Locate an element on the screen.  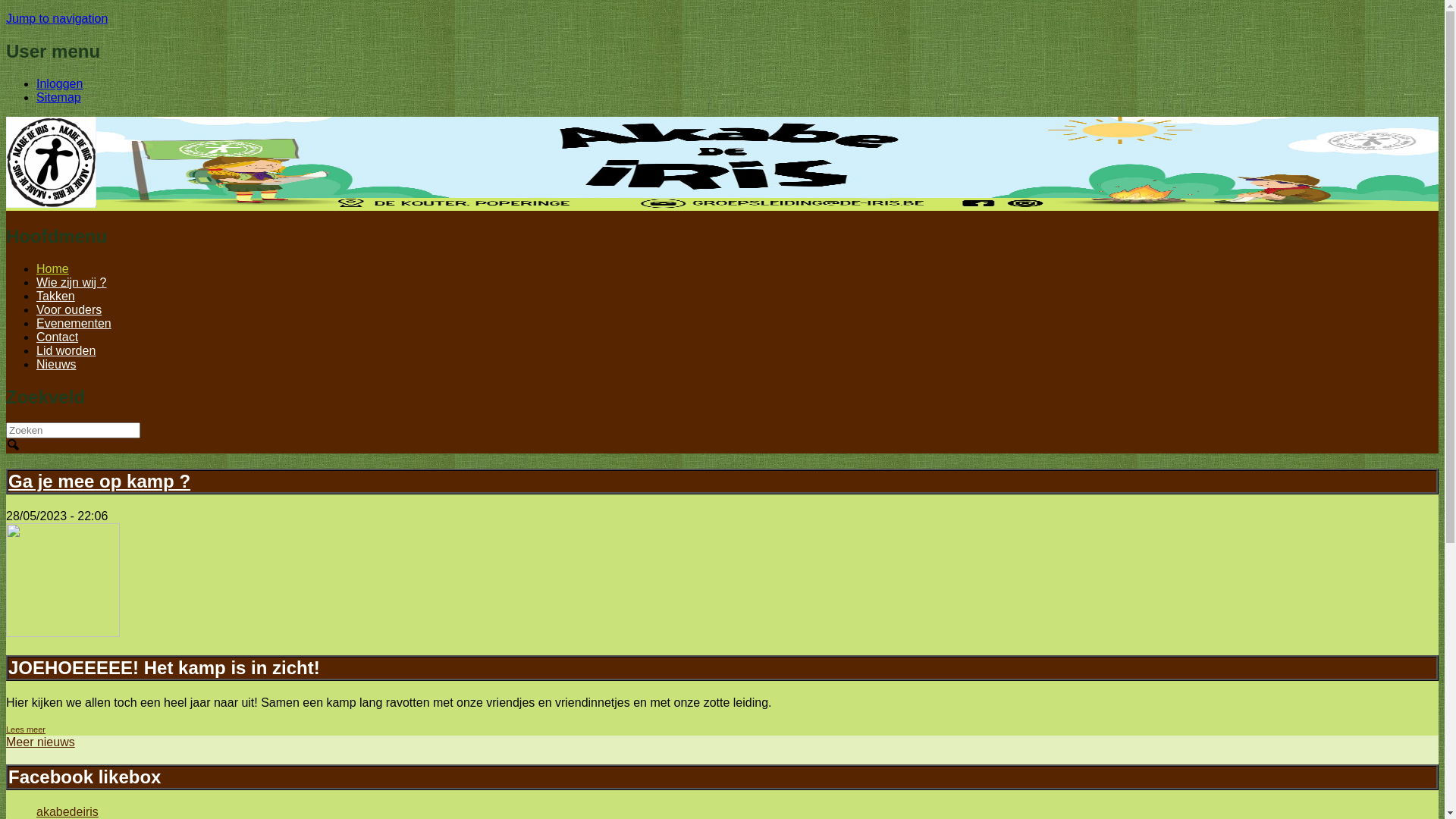
'Ga je mee op kamp ?' is located at coordinates (98, 481).